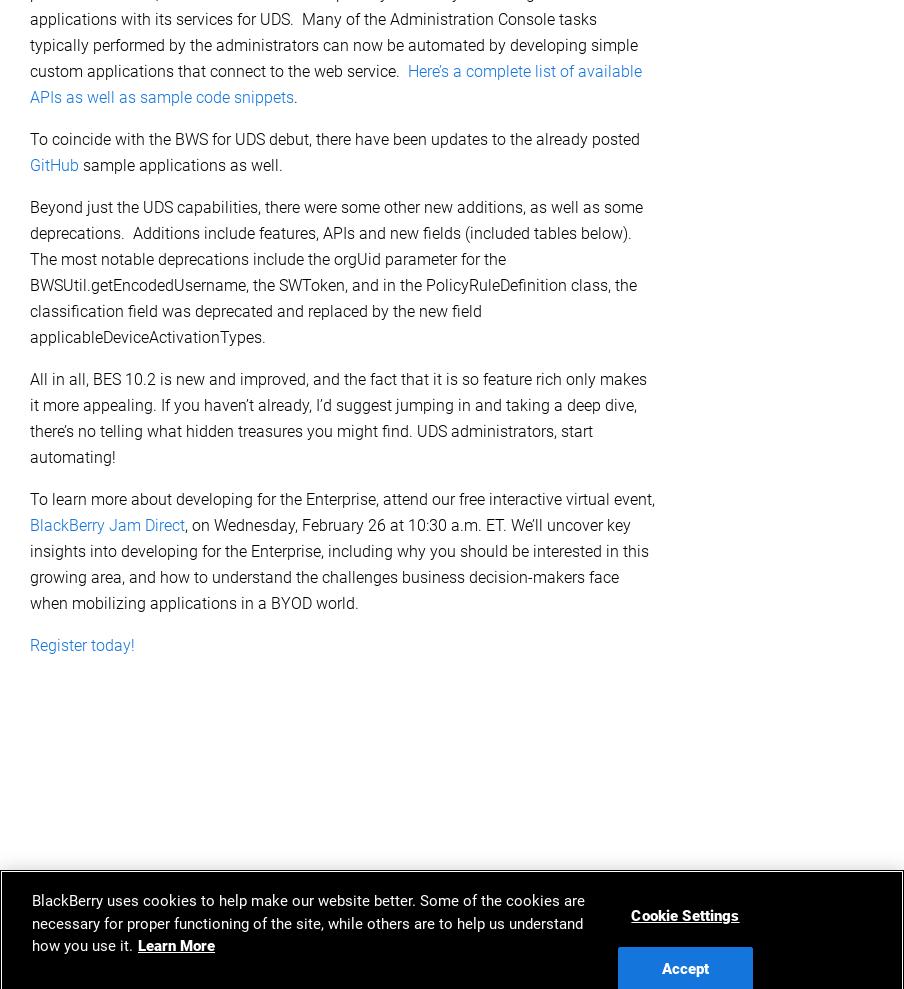  What do you see at coordinates (295, 96) in the screenshot?
I see `'.'` at bounding box center [295, 96].